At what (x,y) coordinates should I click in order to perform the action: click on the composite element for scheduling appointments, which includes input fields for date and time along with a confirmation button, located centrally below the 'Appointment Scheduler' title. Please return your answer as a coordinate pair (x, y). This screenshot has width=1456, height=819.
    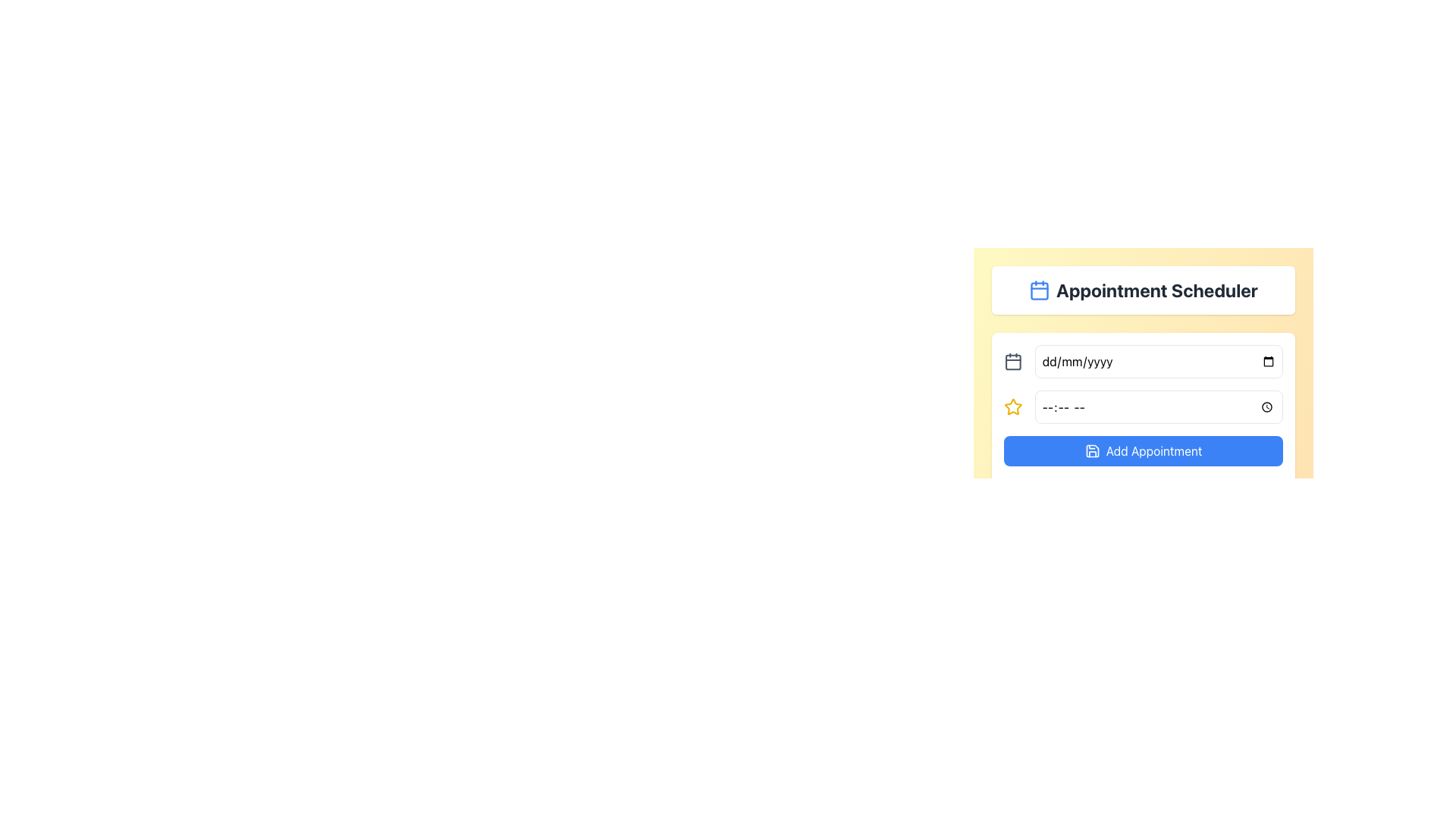
    Looking at the image, I should click on (1143, 412).